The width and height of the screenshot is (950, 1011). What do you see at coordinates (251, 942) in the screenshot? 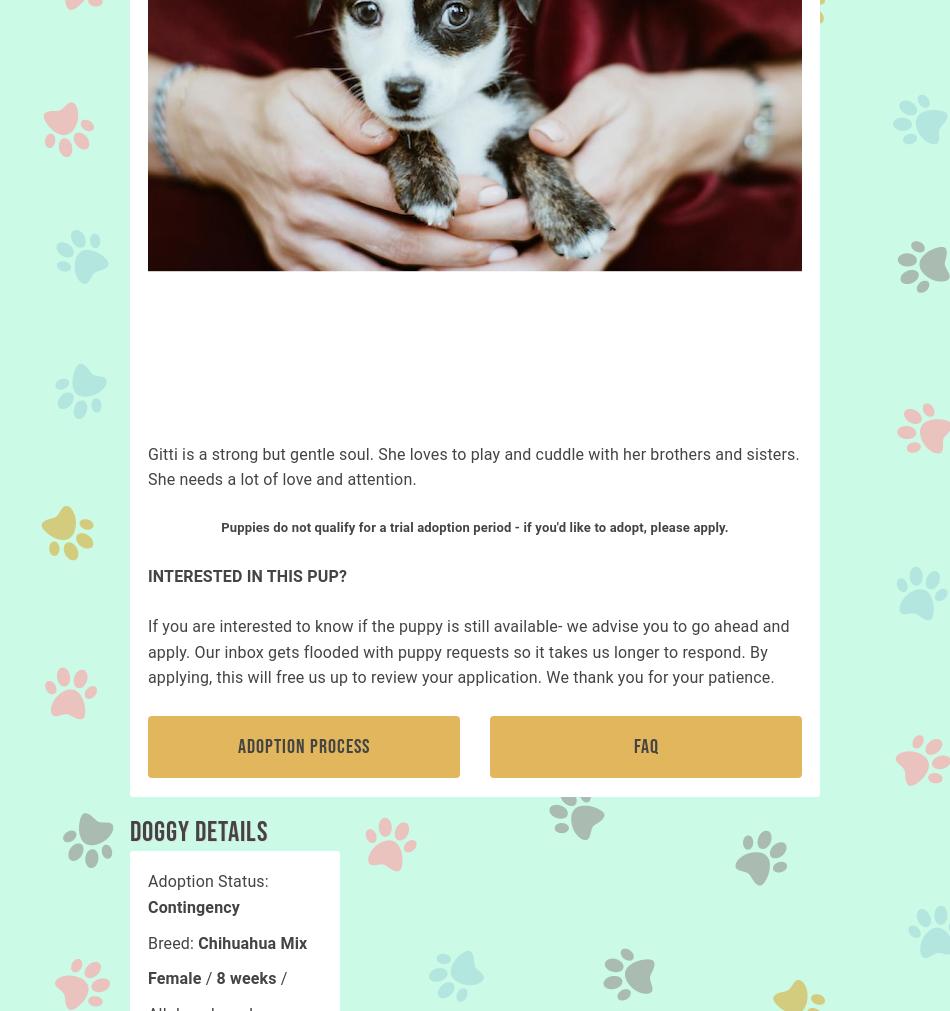
I see `'Chihuahua Mix'` at bounding box center [251, 942].